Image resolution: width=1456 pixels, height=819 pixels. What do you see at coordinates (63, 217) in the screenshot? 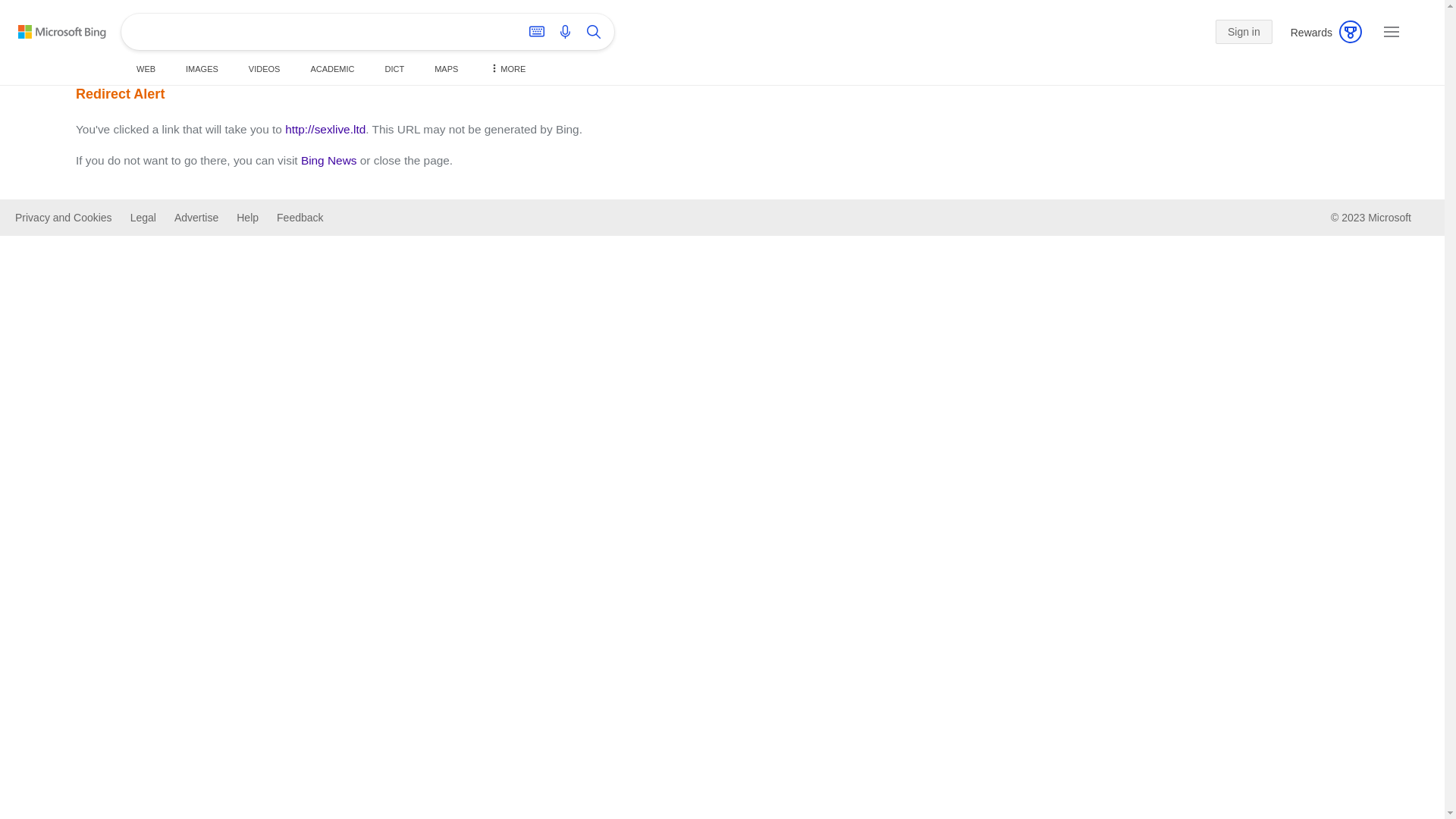
I see `'Privacy and Cookies'` at bounding box center [63, 217].